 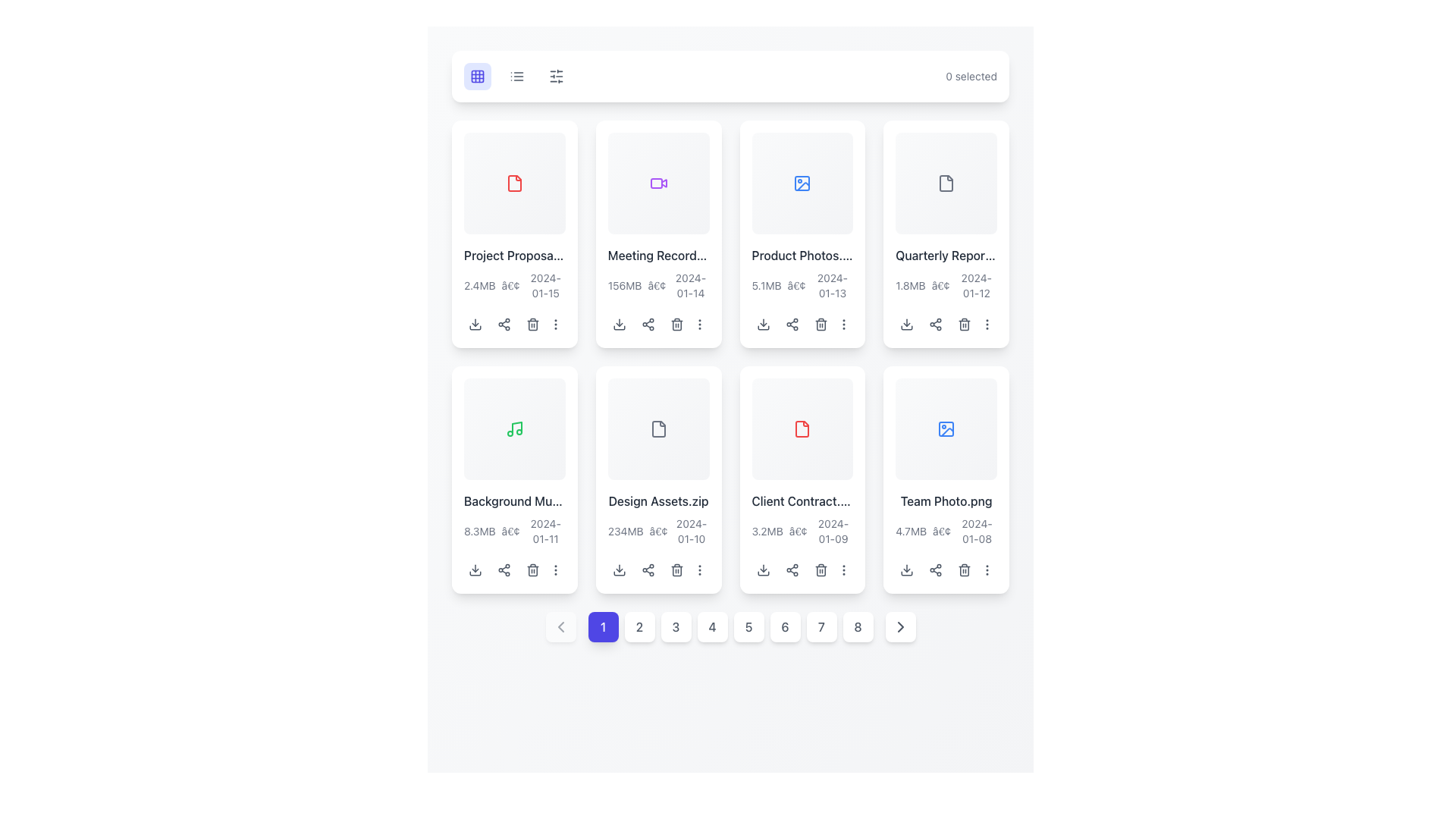 I want to click on the download icon, which is a downward-pointing arrow with a bar below it, located at the bottom of the 'Background Music.mp3' card, to initiate a download, so click(x=475, y=570).